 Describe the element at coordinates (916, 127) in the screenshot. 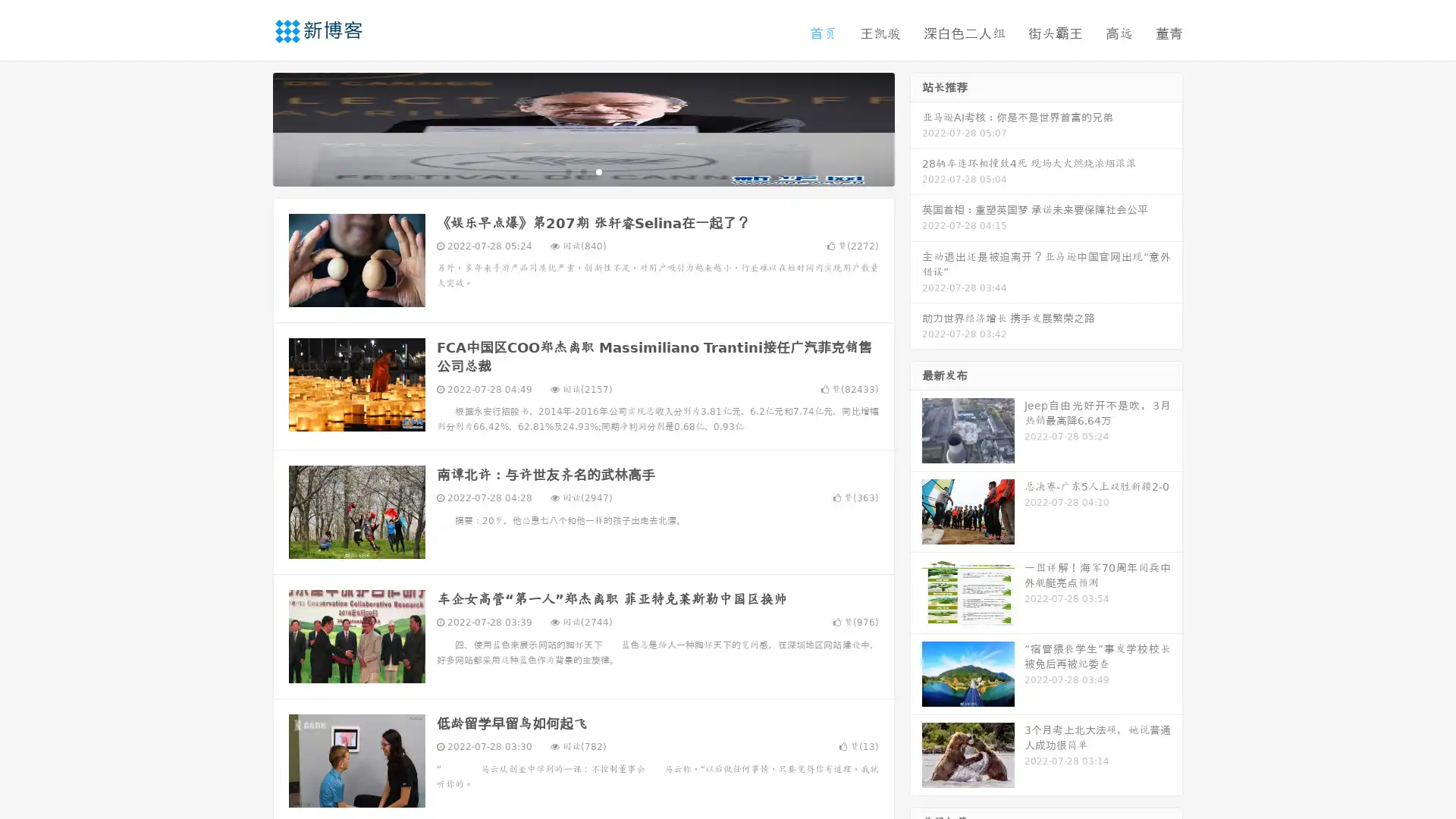

I see `Next slide` at that location.